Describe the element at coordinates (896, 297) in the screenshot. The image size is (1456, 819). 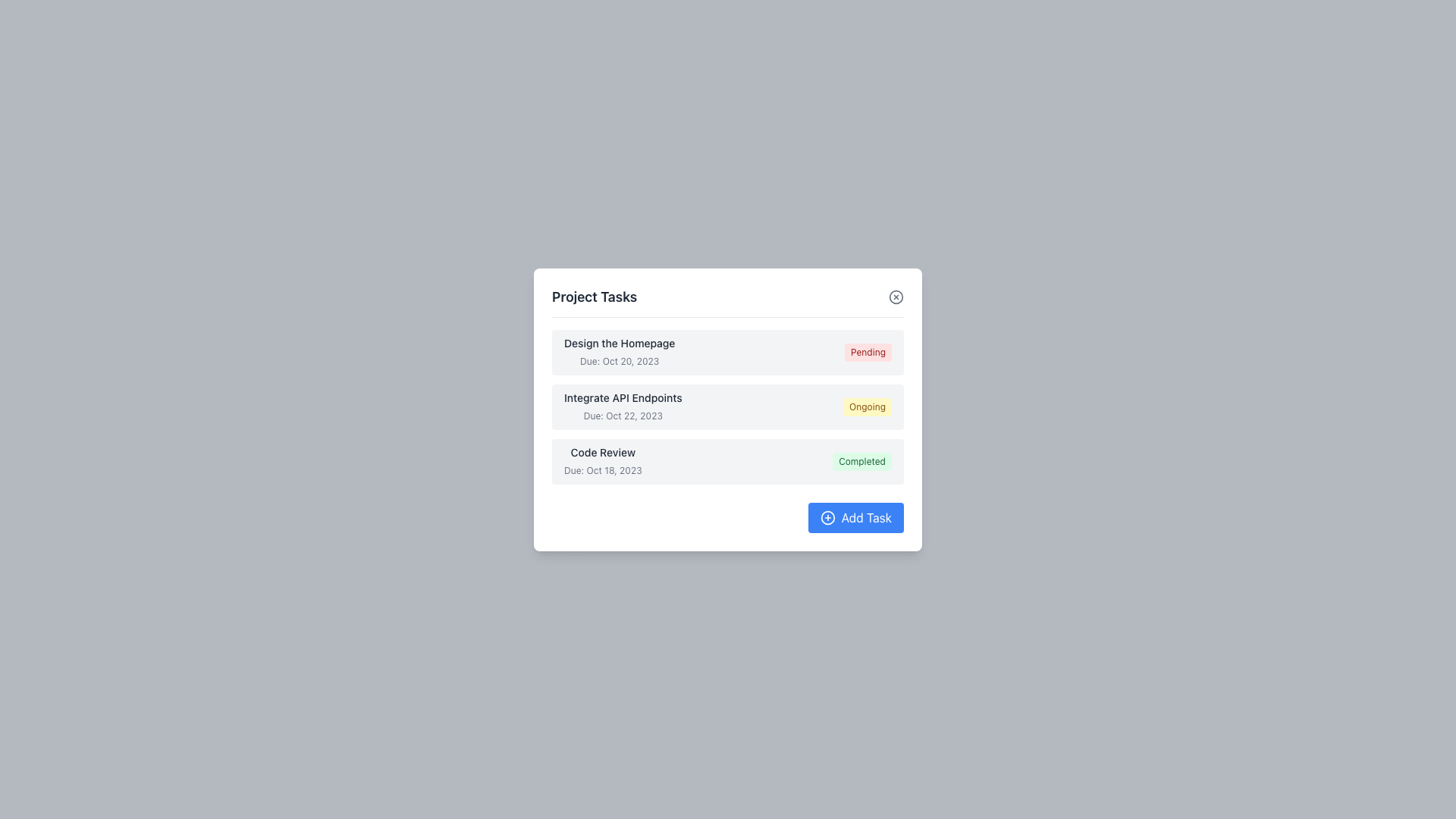
I see `the Circle vector graphic that is part of the close button in the top-right corner of the 'Project Tasks' card` at that location.